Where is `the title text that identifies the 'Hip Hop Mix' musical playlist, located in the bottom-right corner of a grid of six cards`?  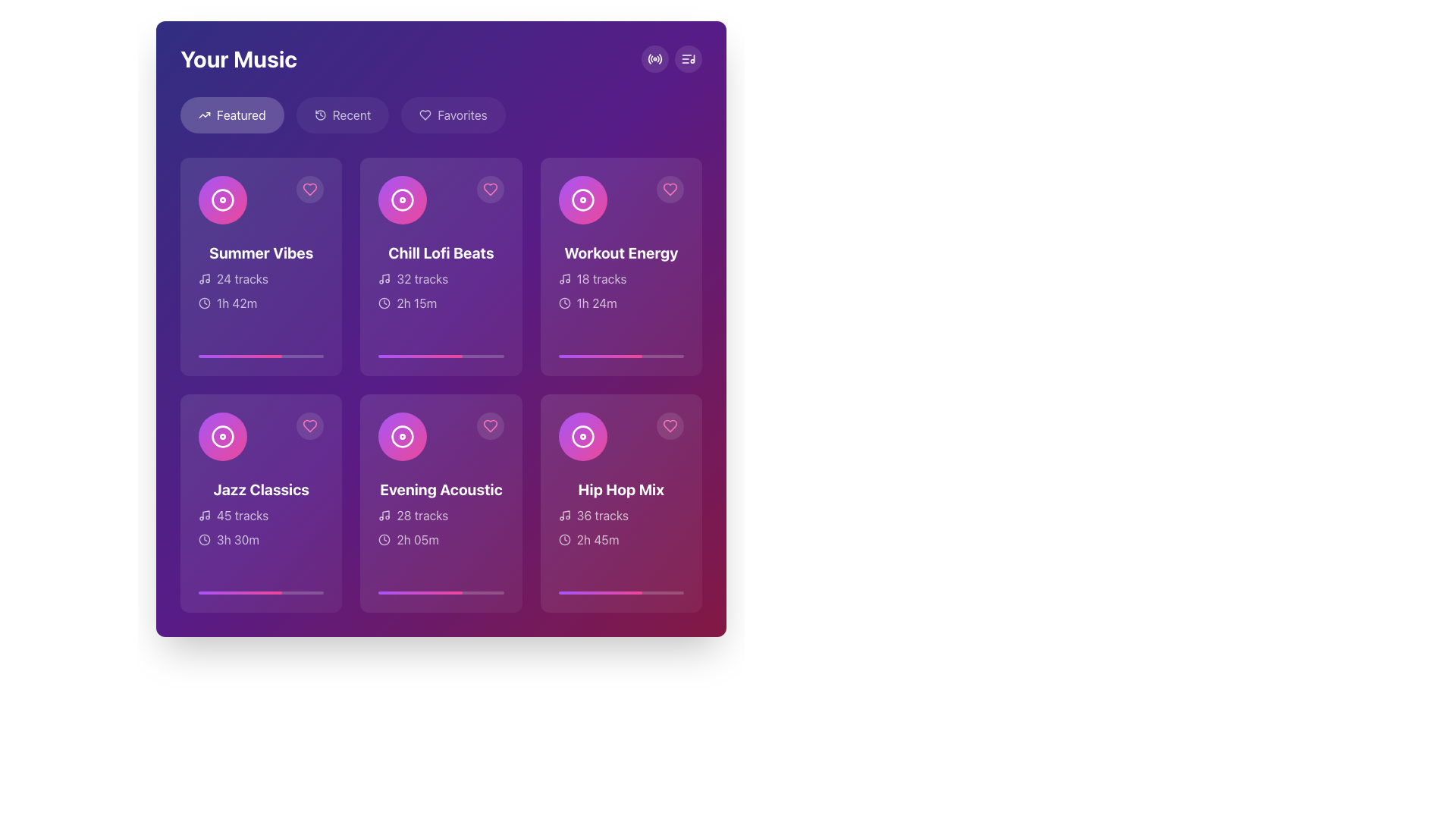 the title text that identifies the 'Hip Hop Mix' musical playlist, located in the bottom-right corner of a grid of six cards is located at coordinates (621, 489).